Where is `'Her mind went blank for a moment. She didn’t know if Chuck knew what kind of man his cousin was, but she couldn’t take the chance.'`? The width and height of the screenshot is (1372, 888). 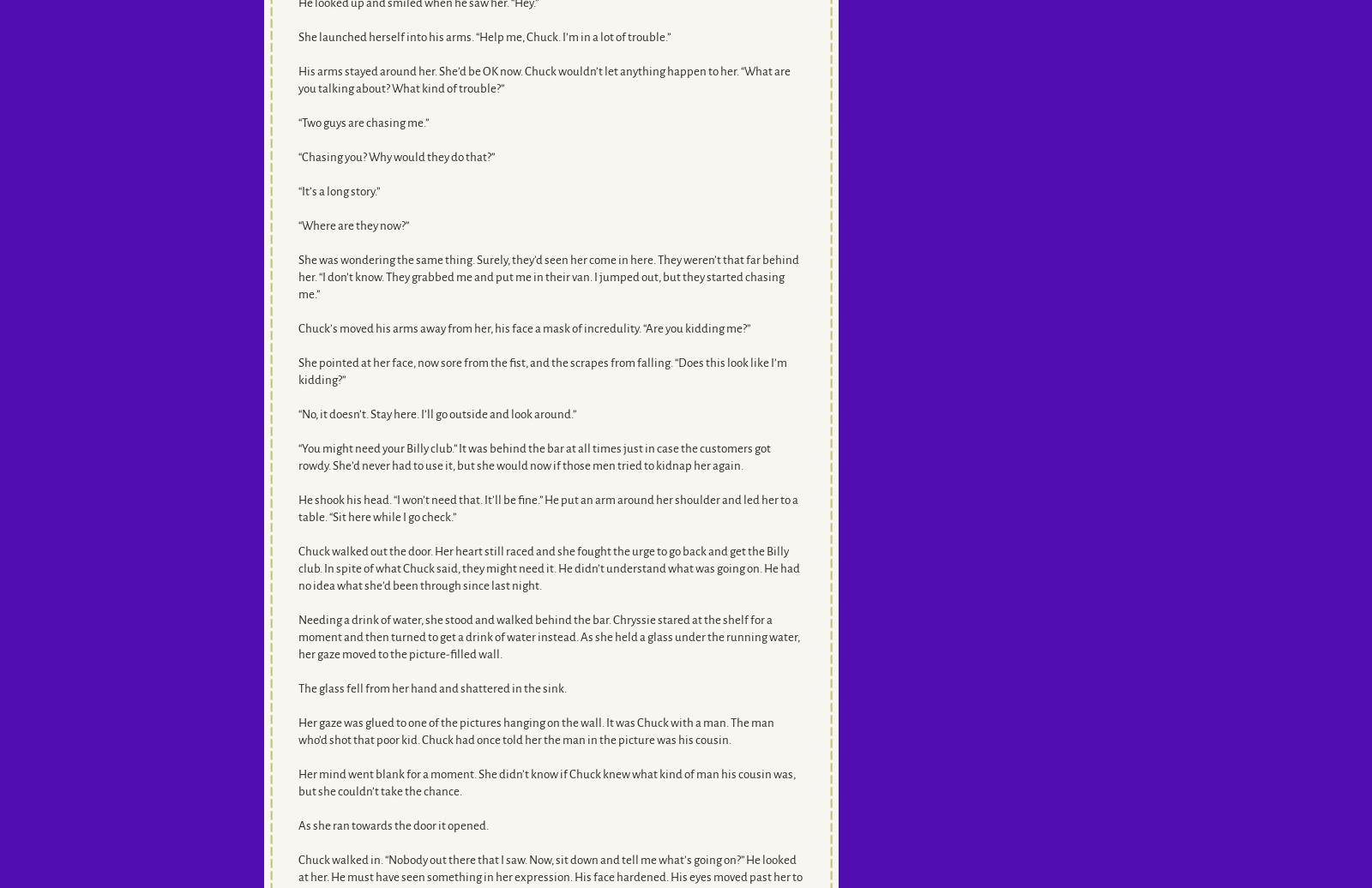 'Her mind went blank for a moment. She didn’t know if Chuck knew what kind of man his cousin was, but she couldn’t take the chance.' is located at coordinates (545, 783).